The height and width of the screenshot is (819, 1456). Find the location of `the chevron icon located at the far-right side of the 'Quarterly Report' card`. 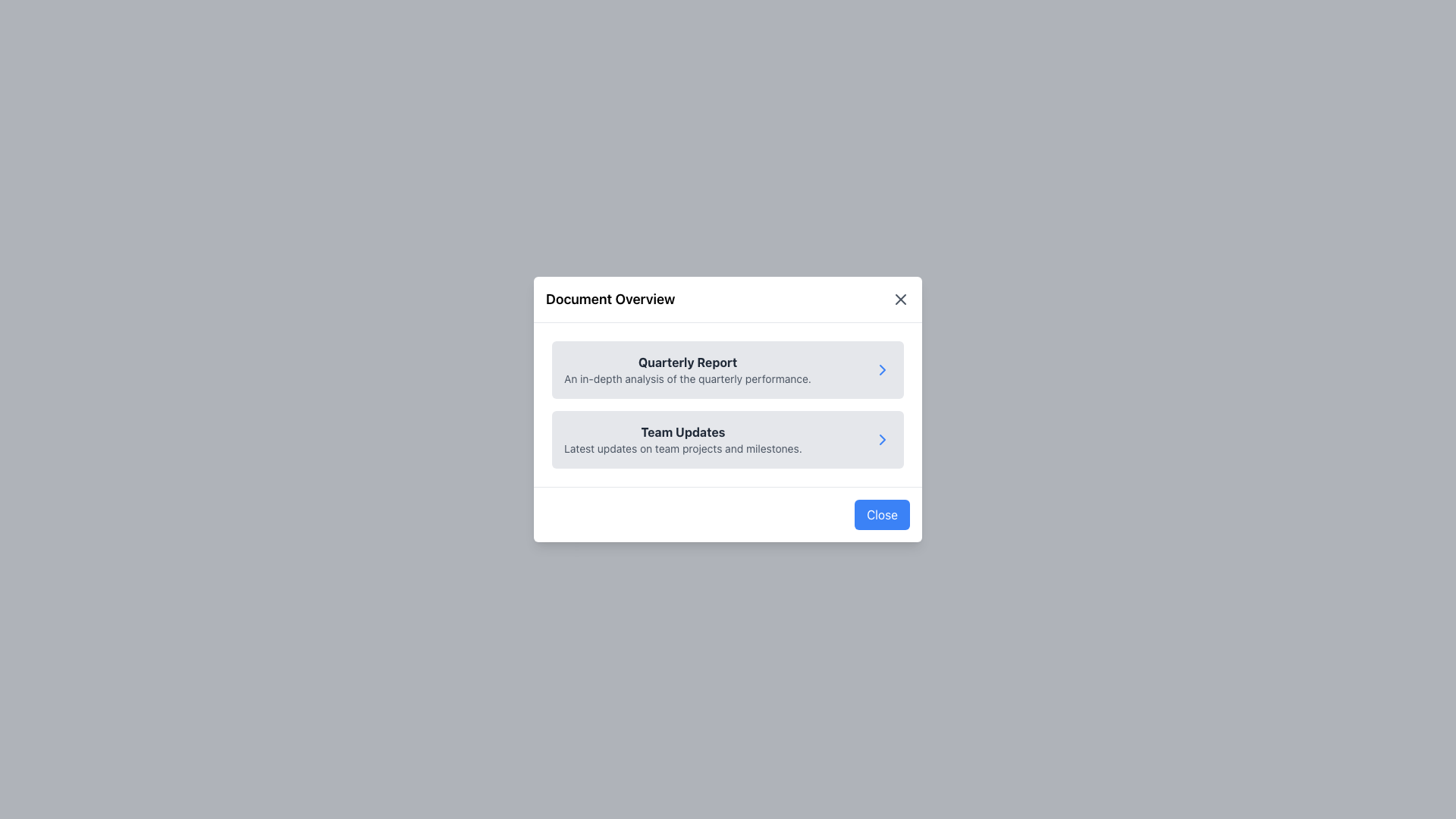

the chevron icon located at the far-right side of the 'Quarterly Report' card is located at coordinates (882, 370).